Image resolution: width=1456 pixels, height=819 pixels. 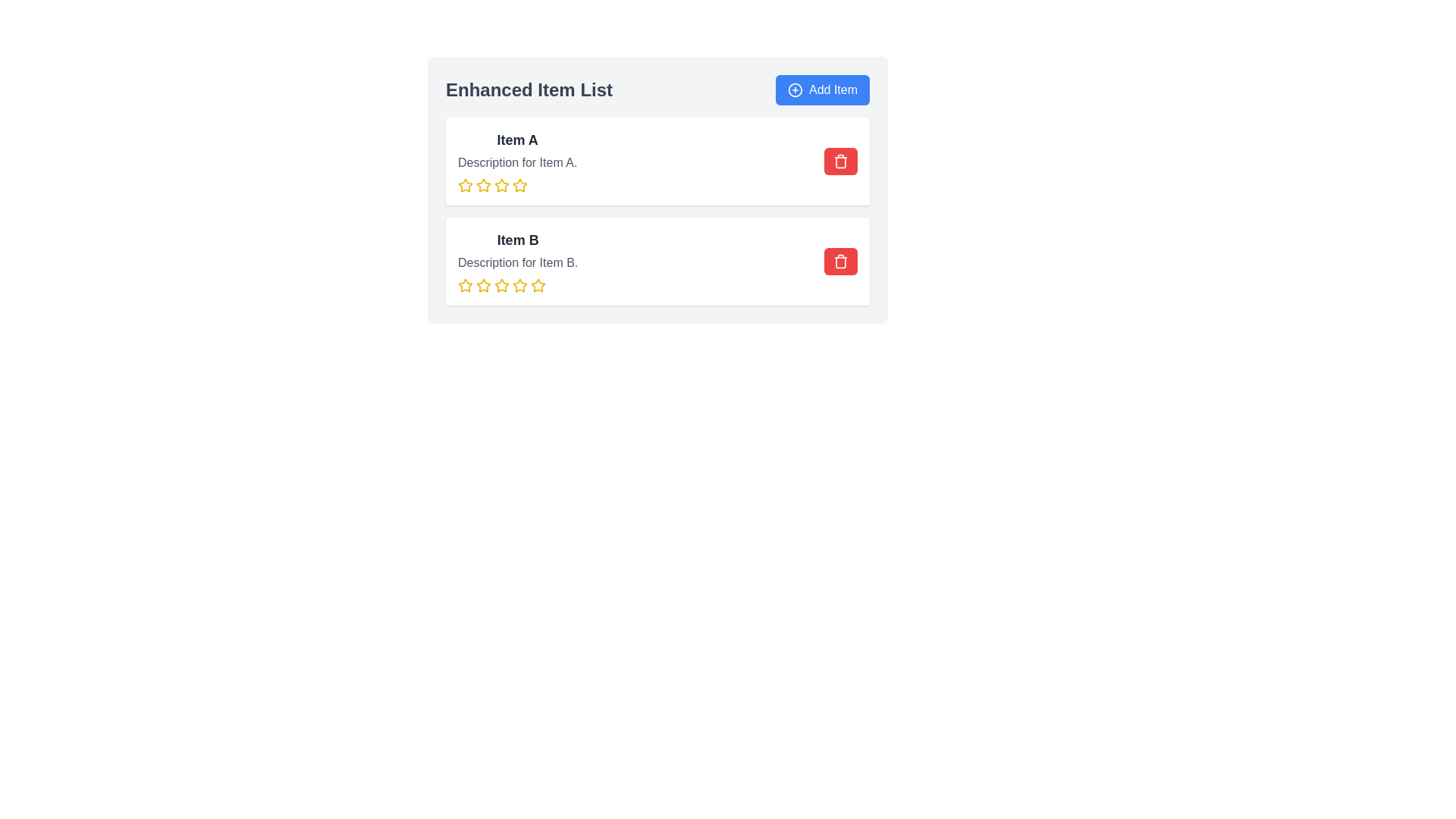 What do you see at coordinates (839, 260) in the screenshot?
I see `the red button with a white trash can icon located to the far right of 'Item B'` at bounding box center [839, 260].